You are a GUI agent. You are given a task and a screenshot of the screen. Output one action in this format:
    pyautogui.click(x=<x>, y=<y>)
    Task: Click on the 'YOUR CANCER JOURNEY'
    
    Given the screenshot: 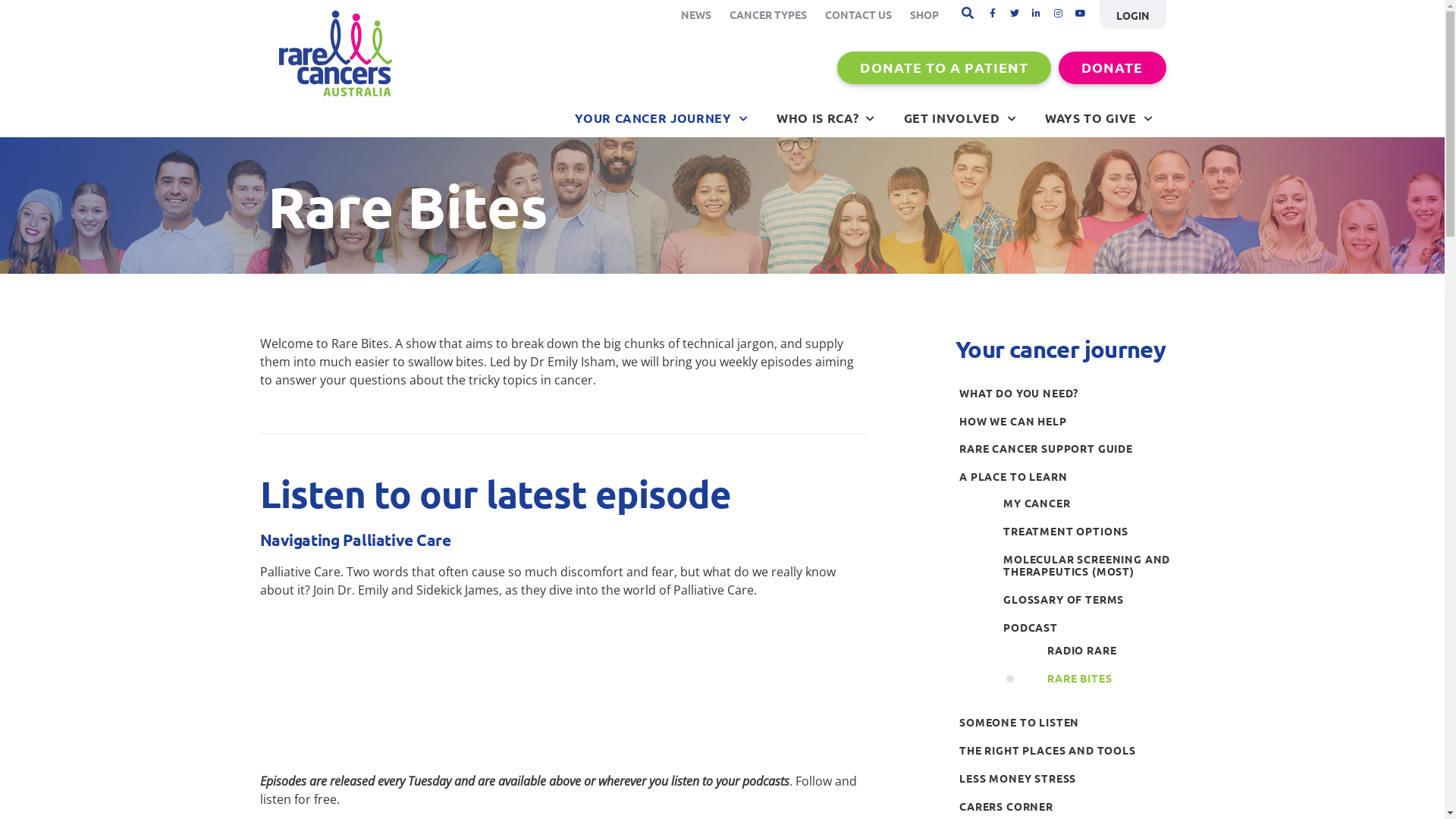 What is the action you would take?
    pyautogui.click(x=661, y=117)
    